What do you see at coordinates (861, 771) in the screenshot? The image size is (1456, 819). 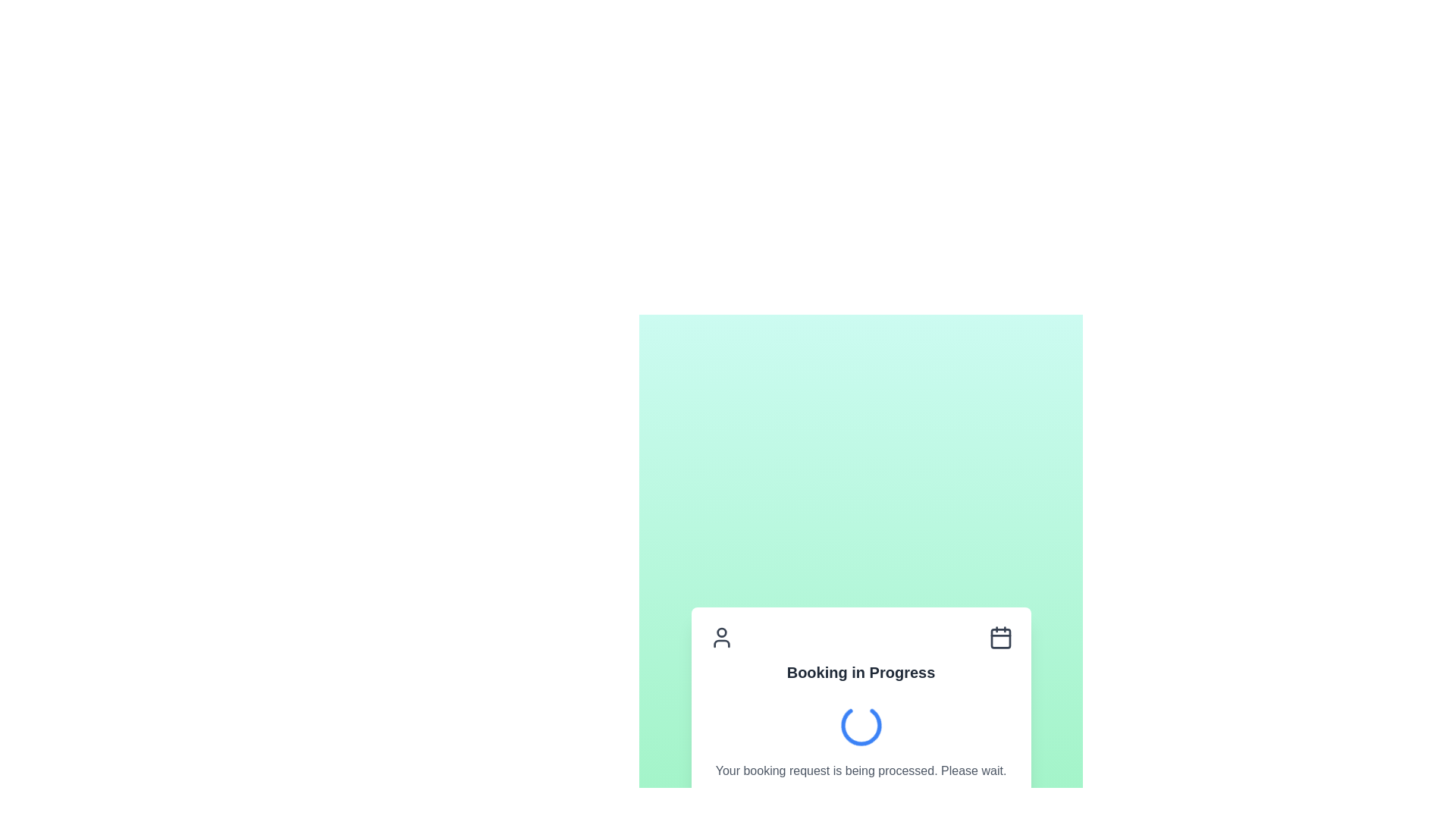 I see `the static text component that informs the user about the current status of their booking request, which is located in the modal above the booking buttons` at bounding box center [861, 771].